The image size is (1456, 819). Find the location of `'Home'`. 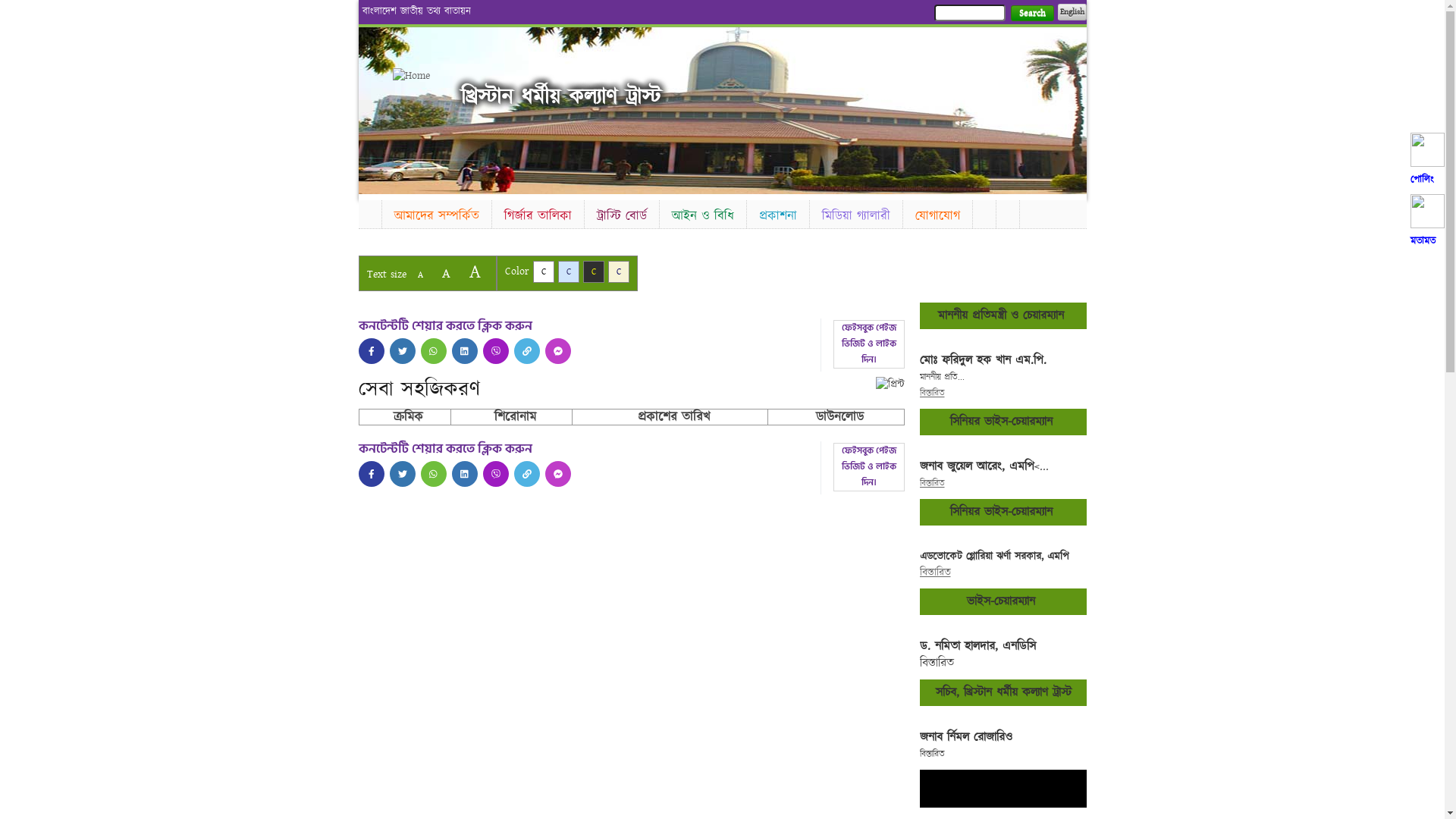

'Home' is located at coordinates (369, 212).